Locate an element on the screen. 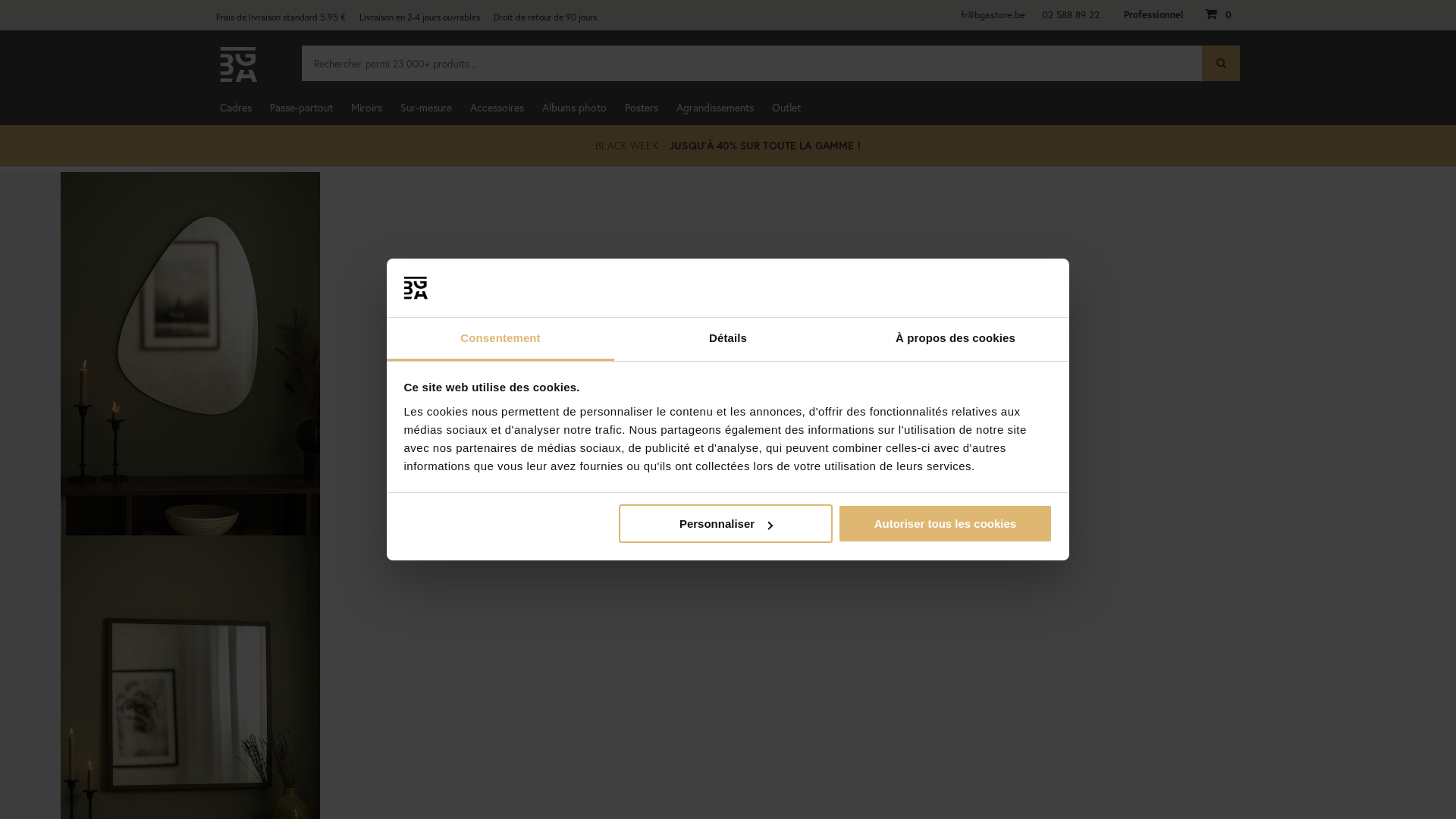 The width and height of the screenshot is (1456, 819). 'Consentement' is located at coordinates (500, 338).